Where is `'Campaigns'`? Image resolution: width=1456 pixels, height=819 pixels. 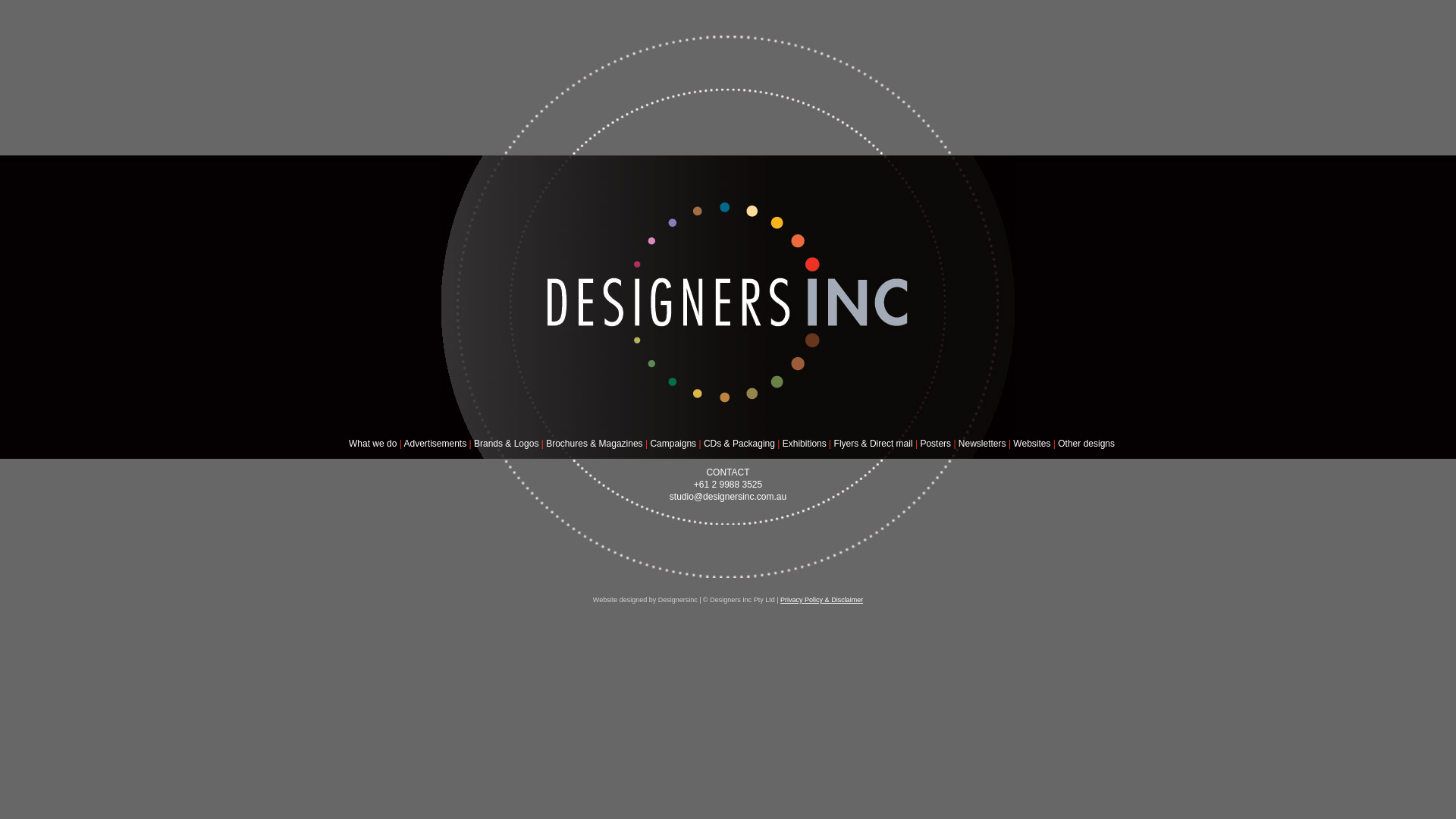
'Campaigns' is located at coordinates (672, 444).